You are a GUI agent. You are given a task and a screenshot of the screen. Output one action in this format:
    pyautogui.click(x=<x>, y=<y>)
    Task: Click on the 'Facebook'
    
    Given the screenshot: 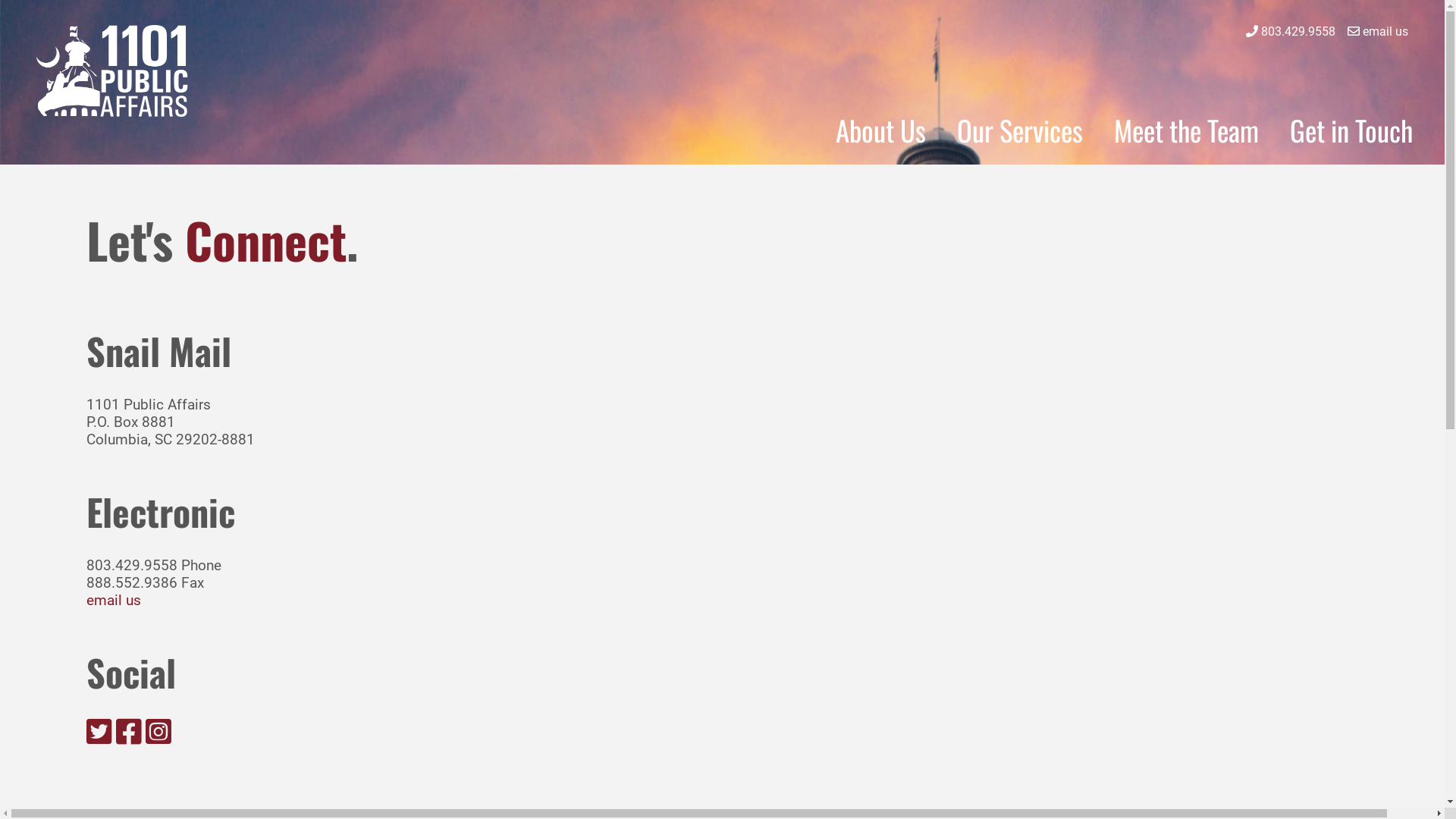 What is the action you would take?
    pyautogui.click(x=128, y=730)
    